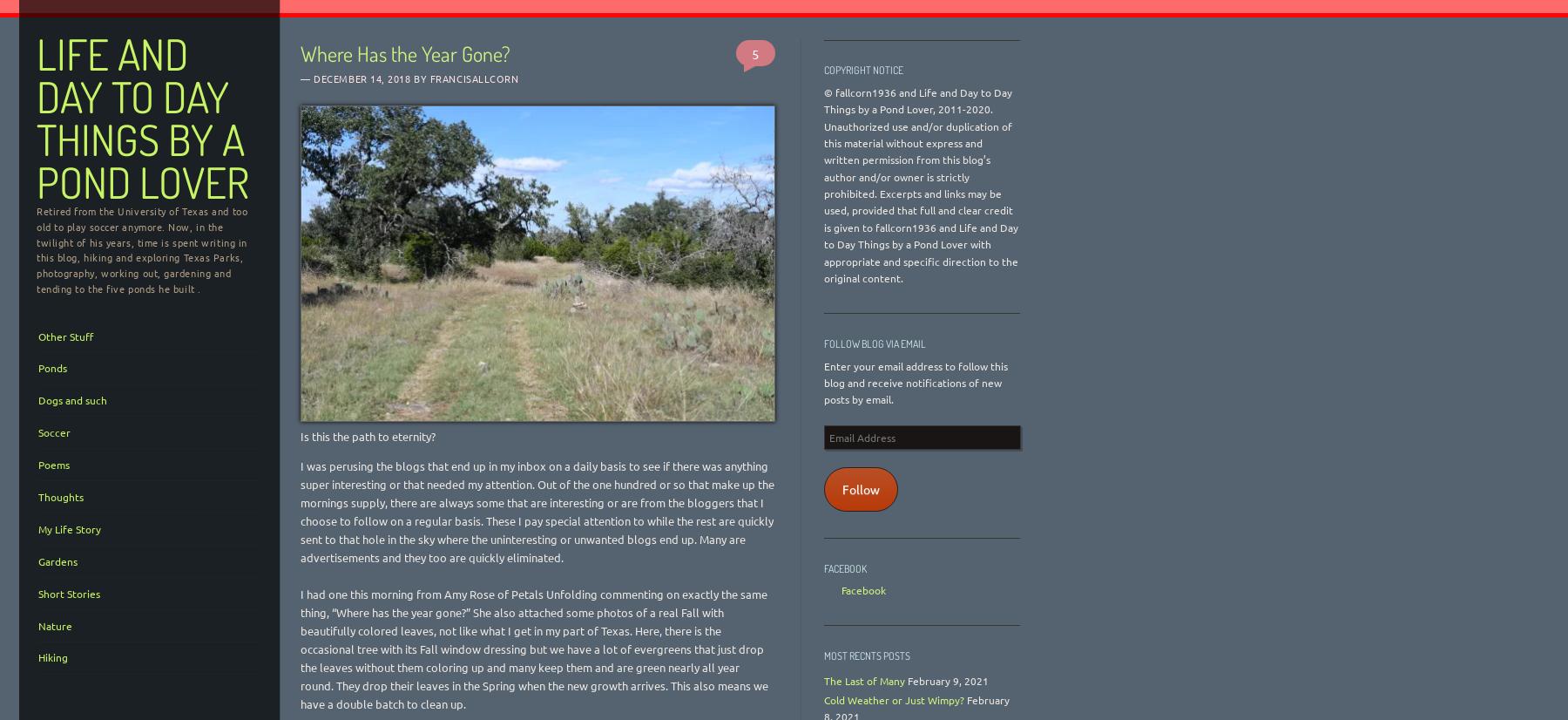 The width and height of the screenshot is (1568, 720). What do you see at coordinates (142, 118) in the screenshot?
I see `'Life and Day to Day things by a Pond Lover'` at bounding box center [142, 118].